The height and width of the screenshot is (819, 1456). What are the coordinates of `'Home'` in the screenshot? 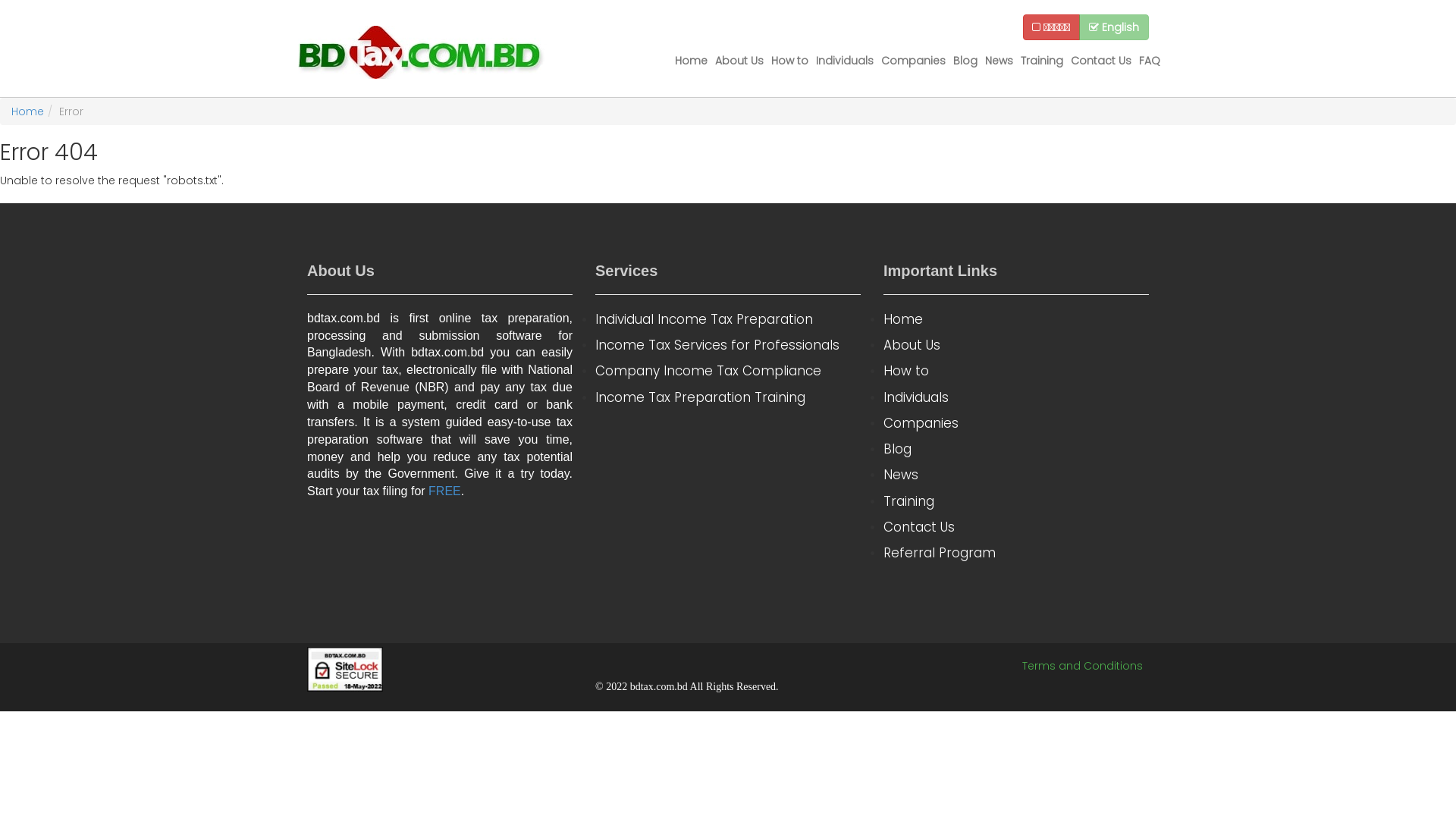 It's located at (690, 60).